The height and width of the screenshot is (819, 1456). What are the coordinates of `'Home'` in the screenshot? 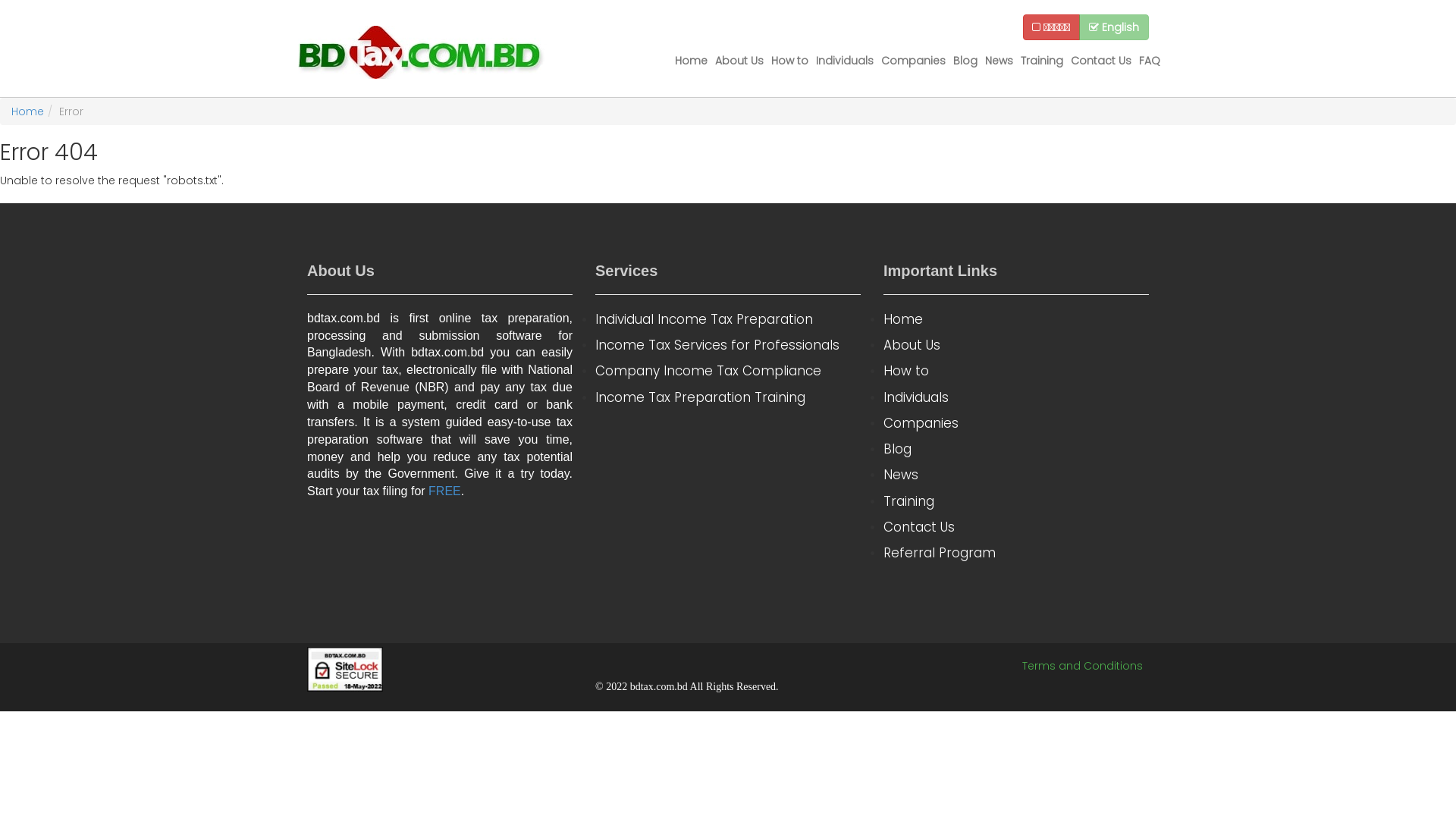 It's located at (690, 60).